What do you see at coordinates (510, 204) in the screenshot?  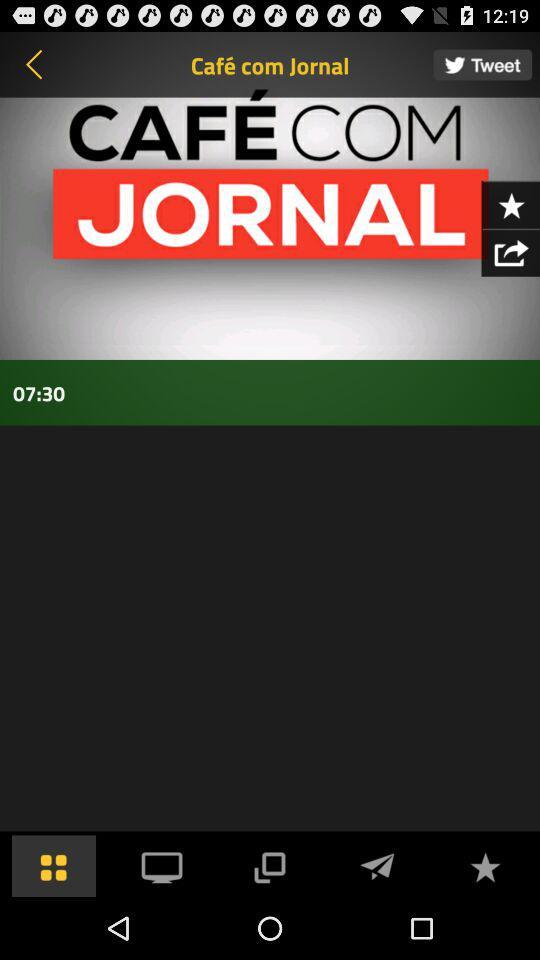 I see `bookmarking logo` at bounding box center [510, 204].